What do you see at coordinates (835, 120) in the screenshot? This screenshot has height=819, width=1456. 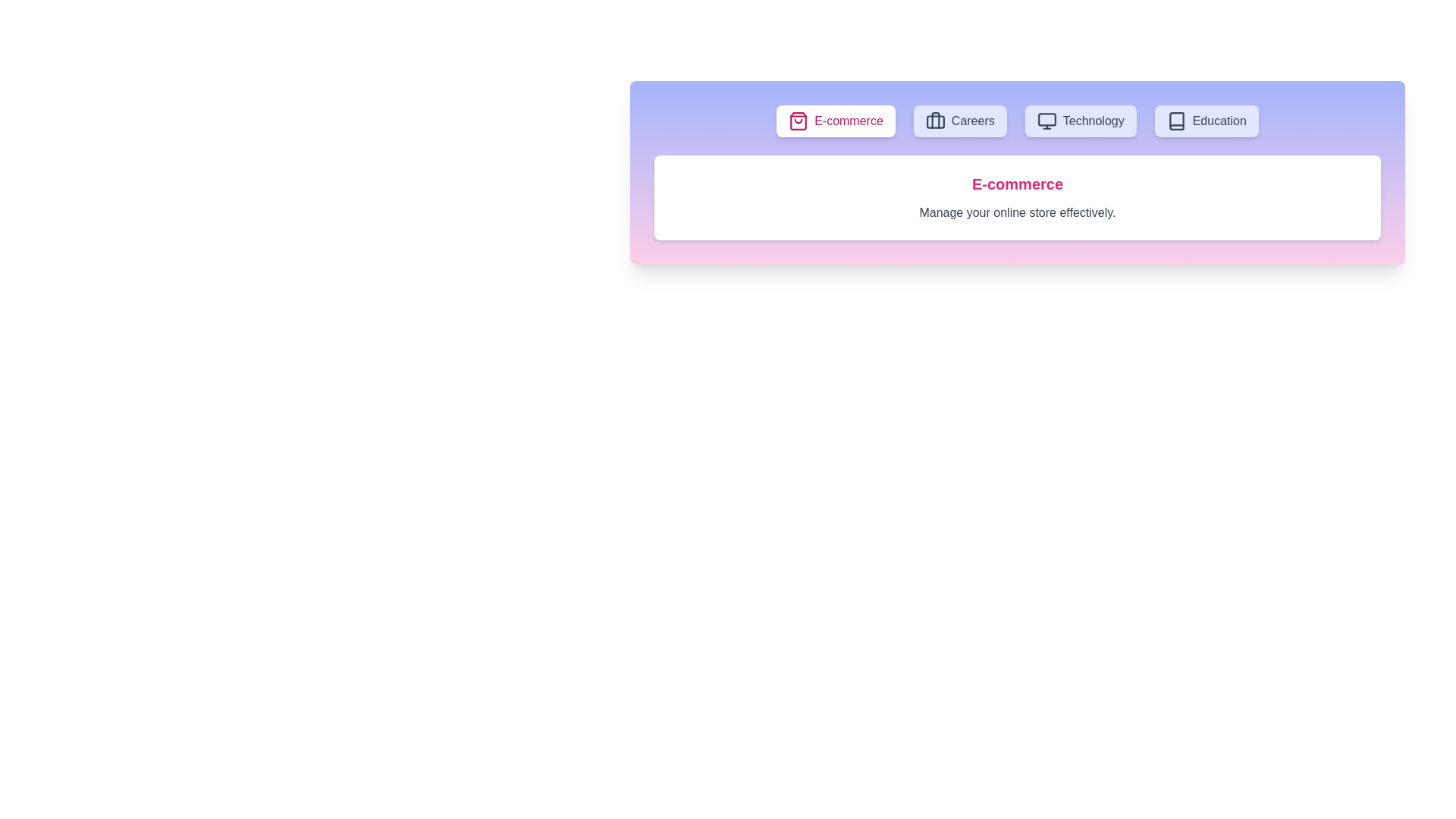 I see `the E-commerce tab` at bounding box center [835, 120].